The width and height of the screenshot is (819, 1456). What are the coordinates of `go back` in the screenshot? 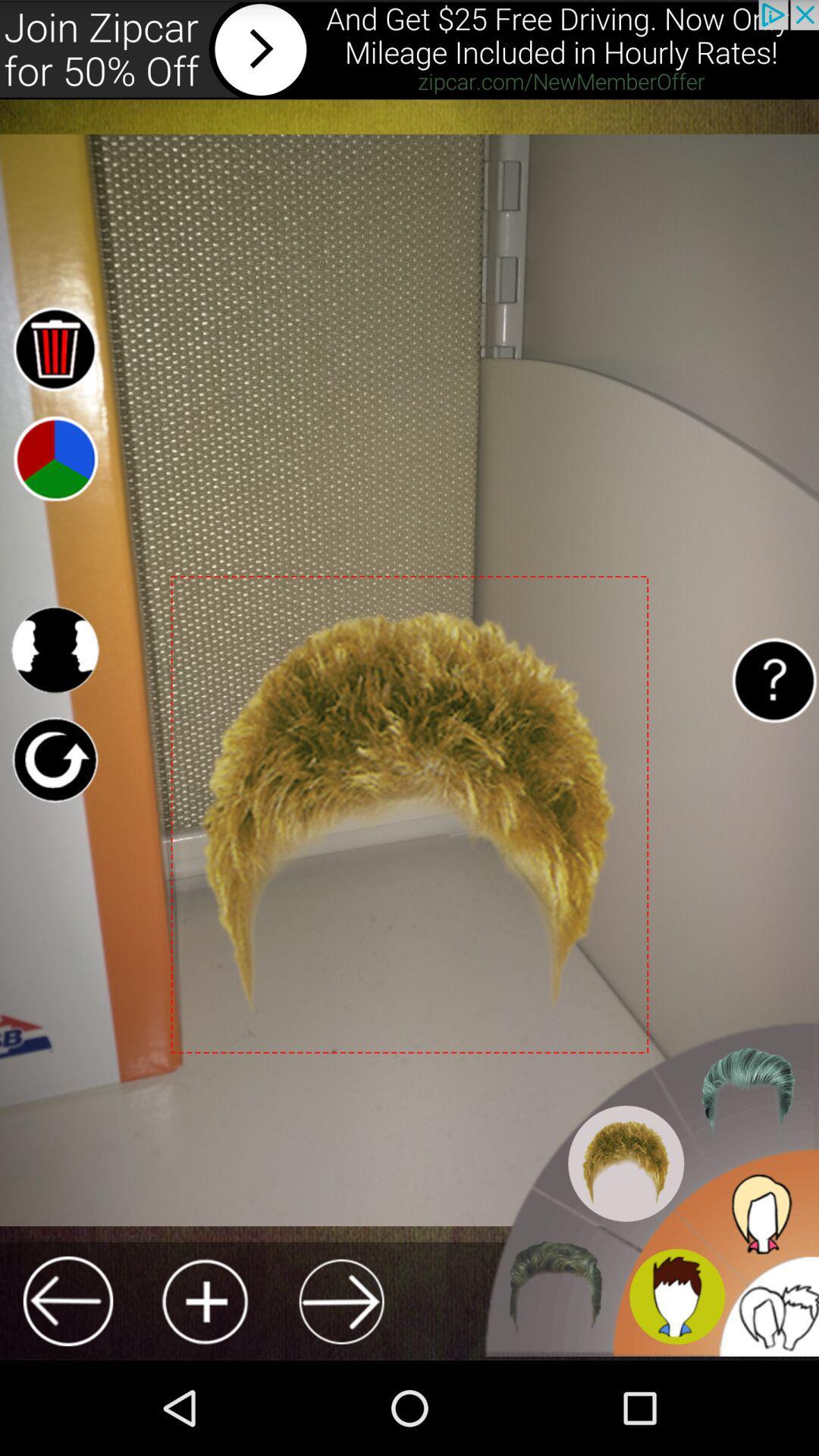 It's located at (67, 1301).